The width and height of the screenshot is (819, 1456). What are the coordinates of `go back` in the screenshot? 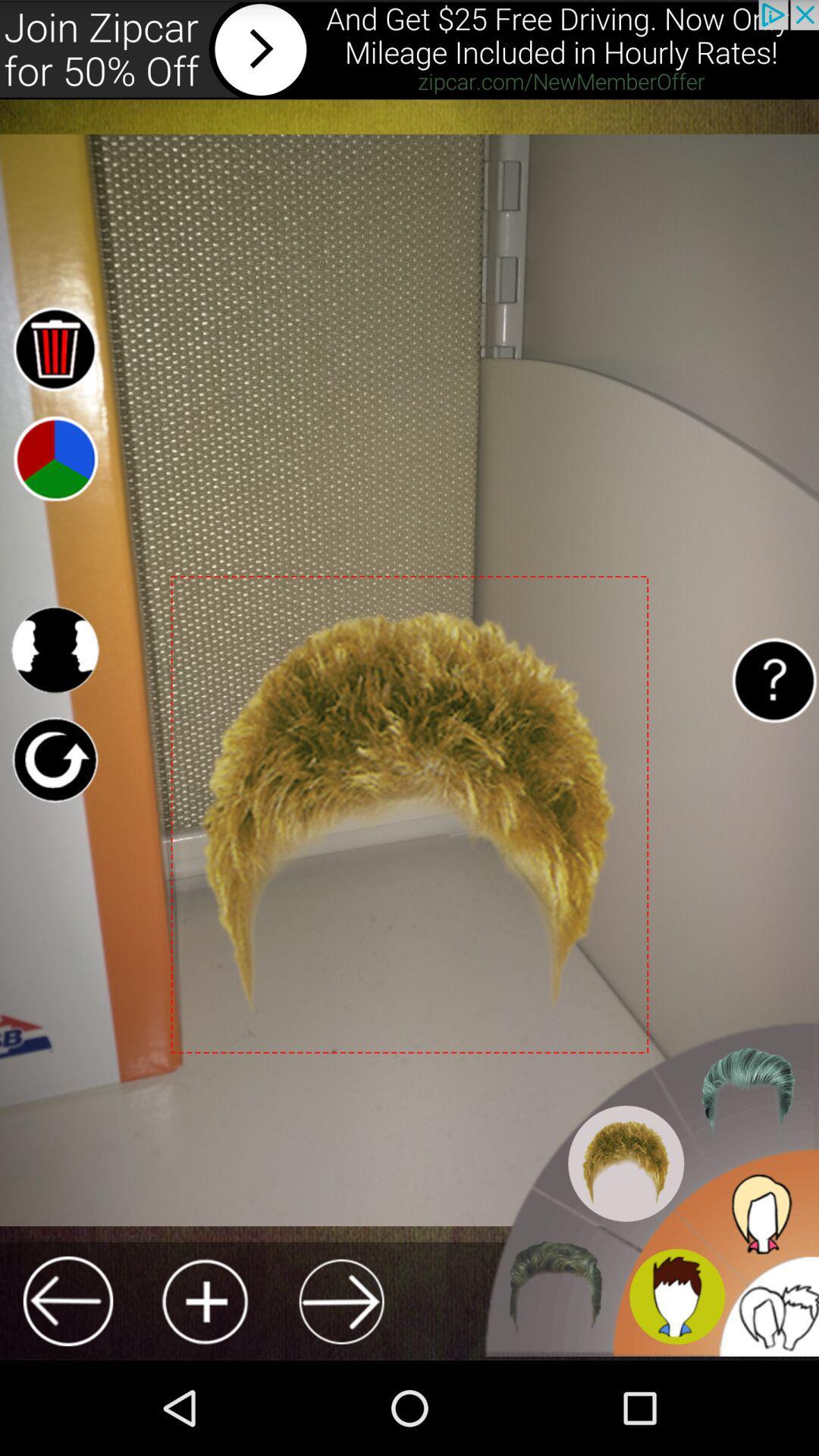 It's located at (67, 1301).